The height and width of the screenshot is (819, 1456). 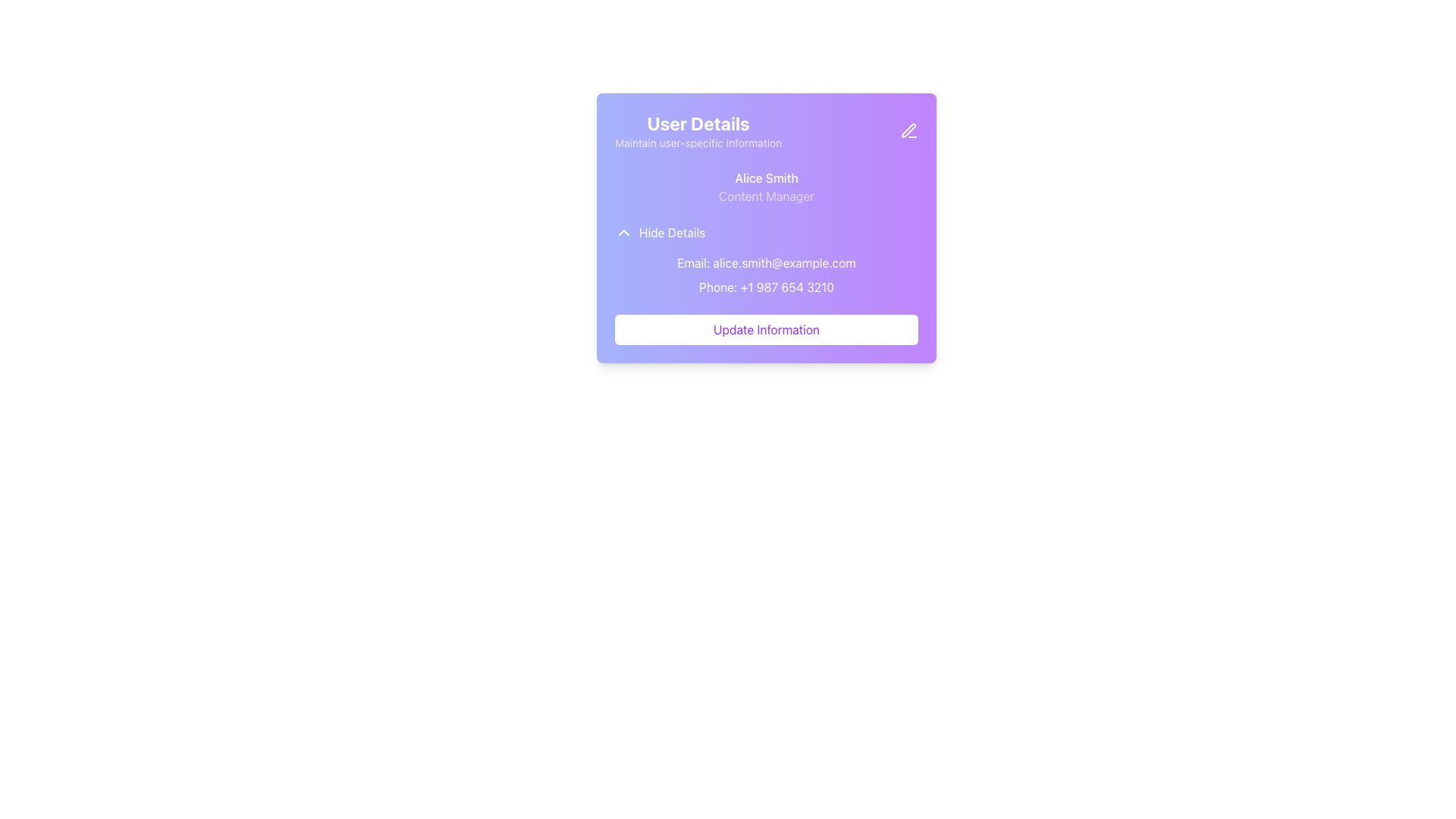 I want to click on the header text located at the top of the purple gradient panel, which serves as a title and brief description for the content below, so click(x=698, y=130).